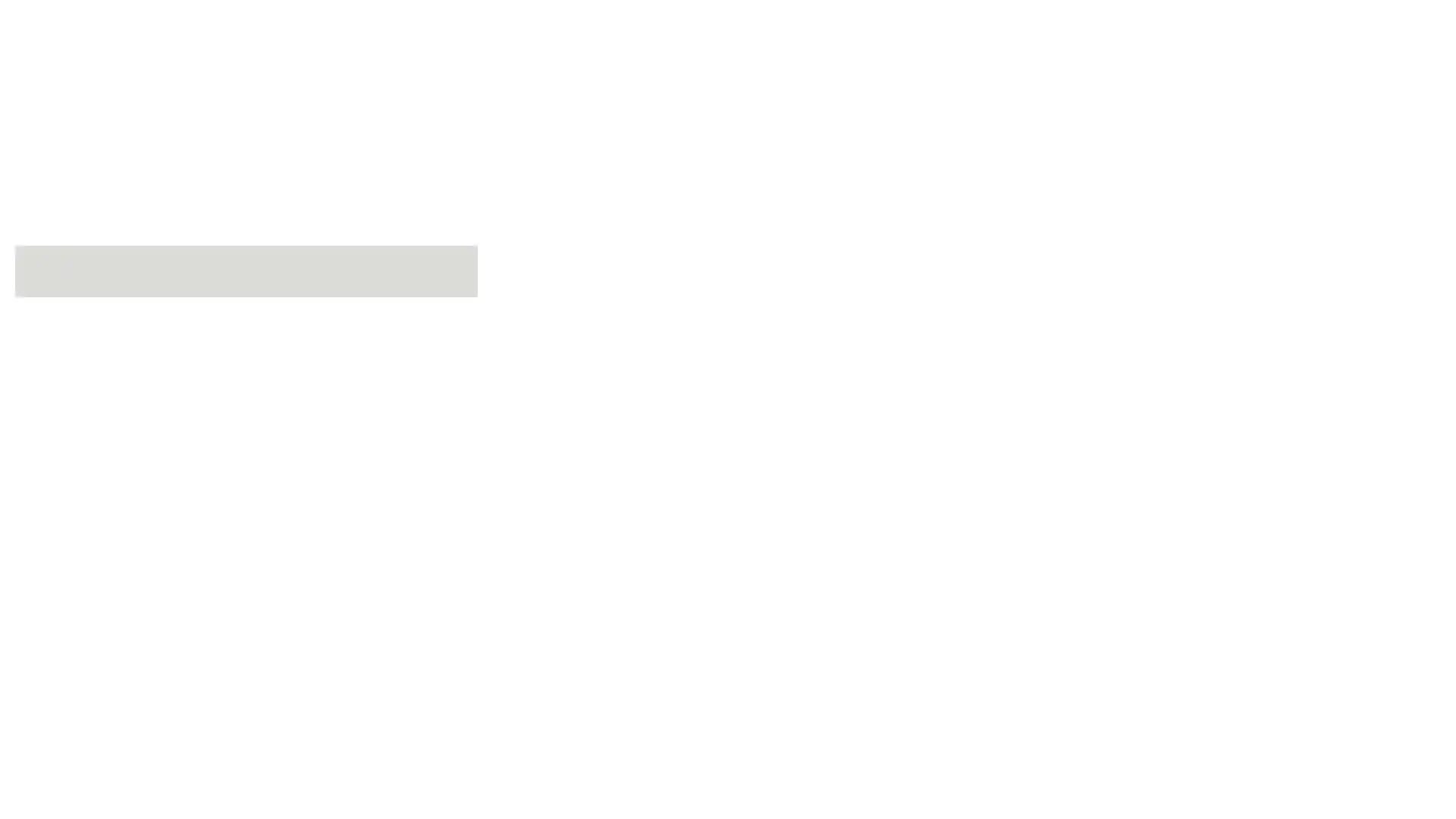 The height and width of the screenshot is (819, 1456). Describe the element at coordinates (137, 435) in the screenshot. I see `Log In` at that location.